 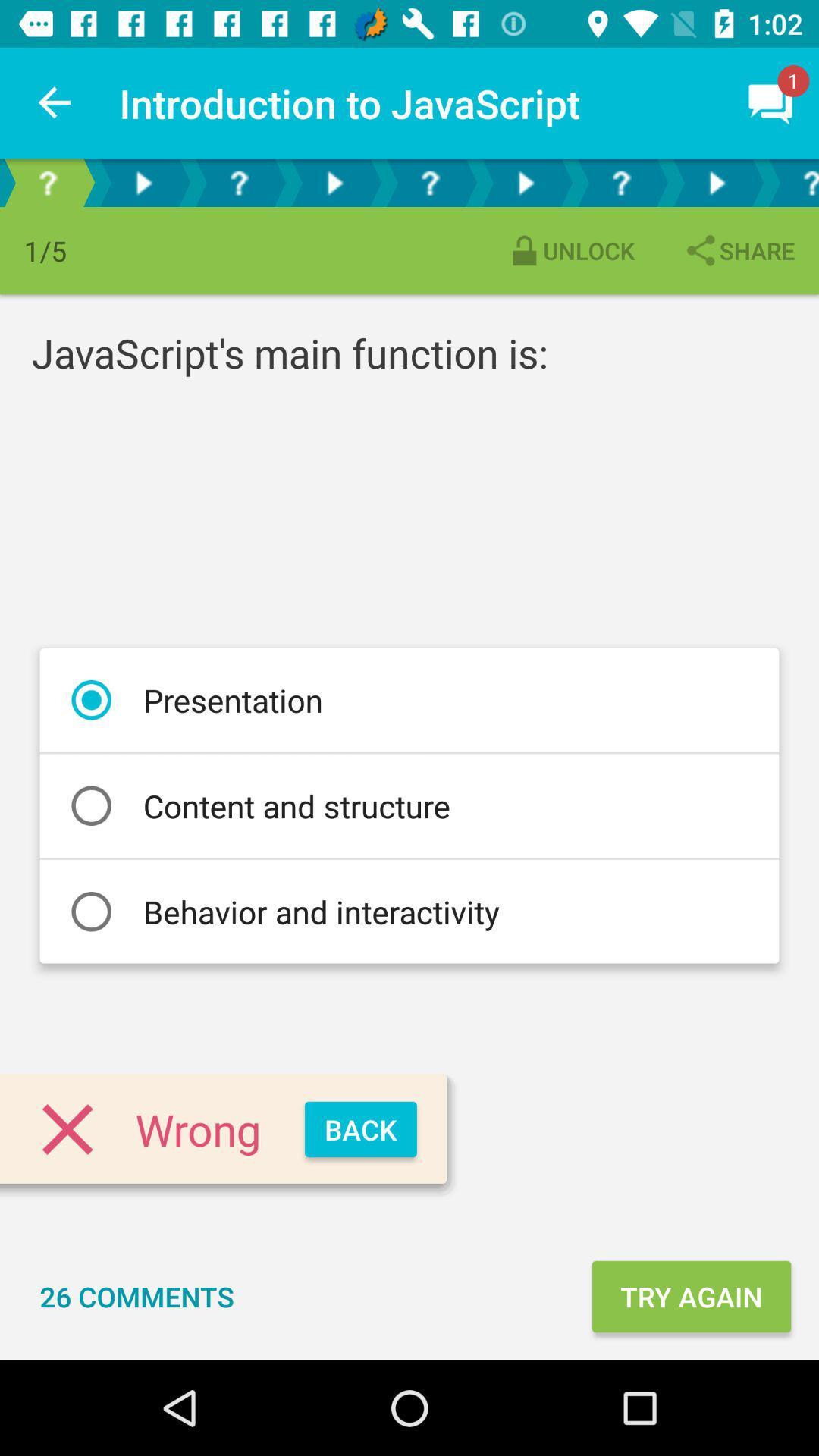 I want to click on open question, so click(x=620, y=182).